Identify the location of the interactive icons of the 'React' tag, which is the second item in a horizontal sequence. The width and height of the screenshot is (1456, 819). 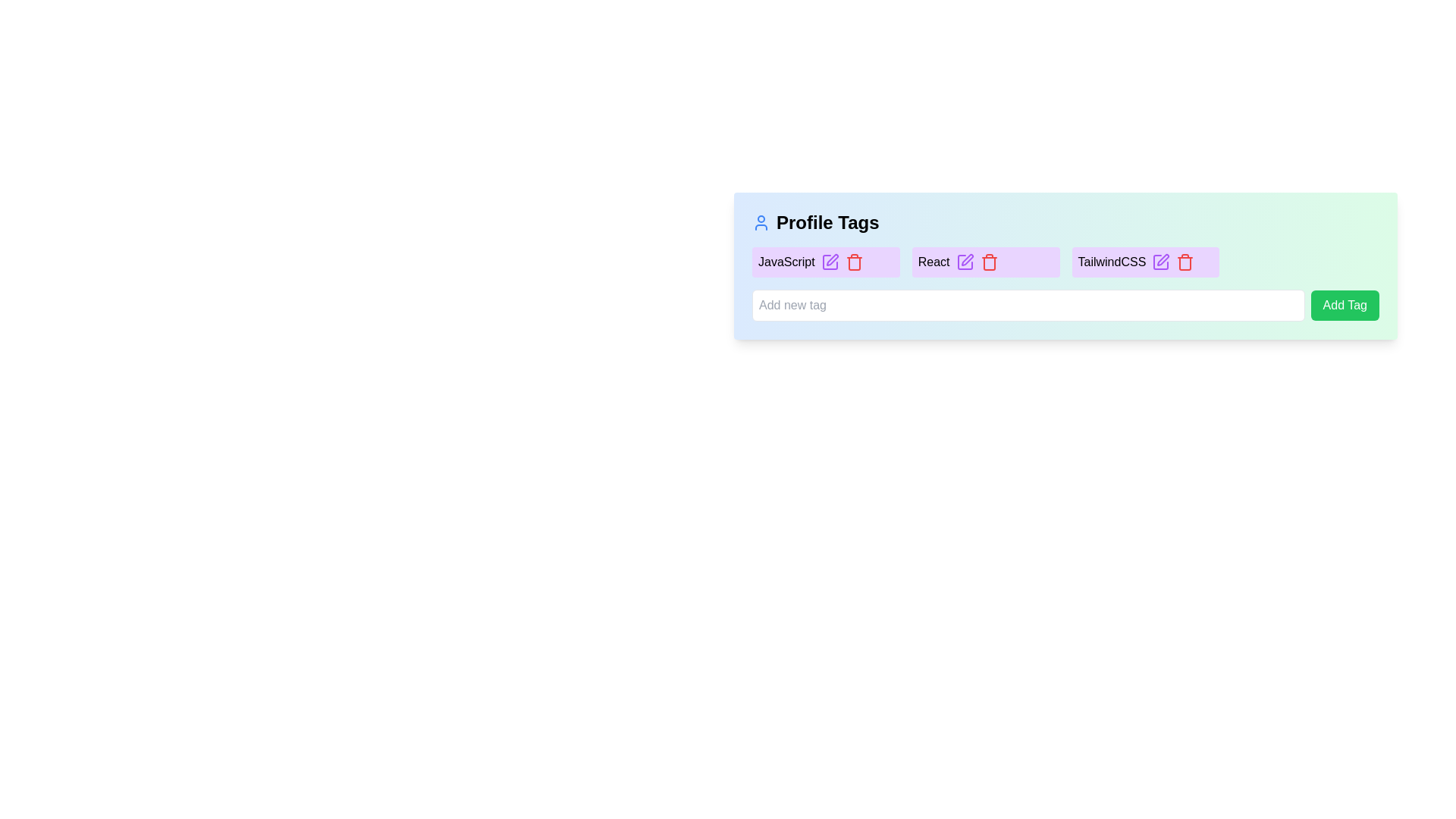
(986, 262).